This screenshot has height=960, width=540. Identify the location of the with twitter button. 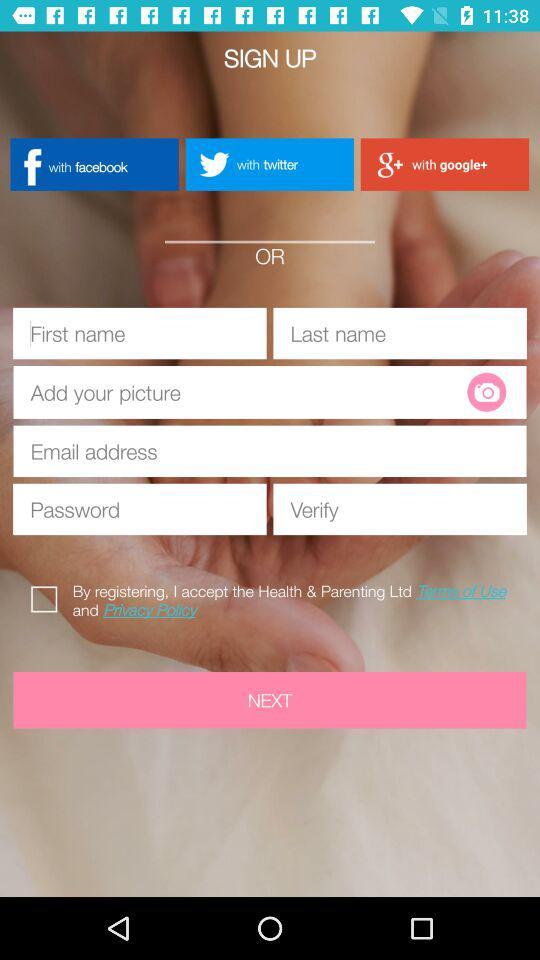
(269, 163).